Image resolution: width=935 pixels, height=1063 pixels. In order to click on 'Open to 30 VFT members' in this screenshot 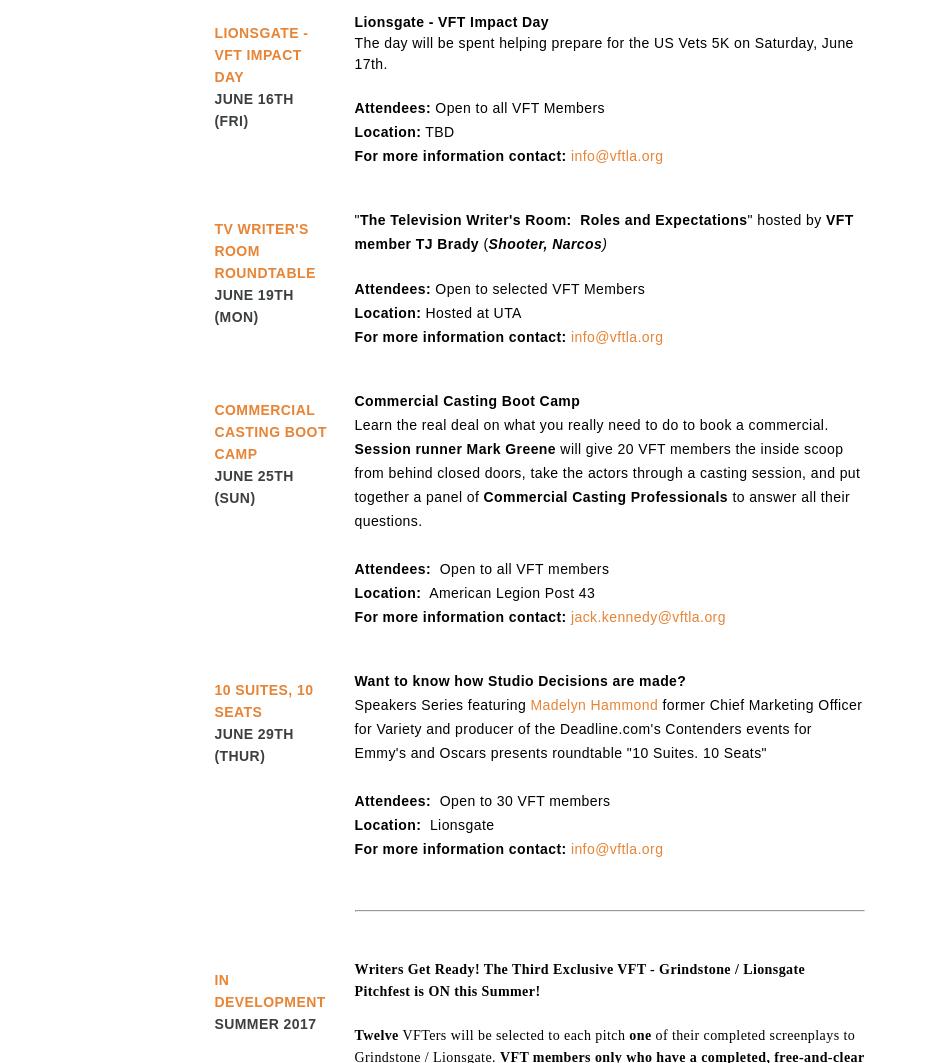, I will do `click(519, 799)`.